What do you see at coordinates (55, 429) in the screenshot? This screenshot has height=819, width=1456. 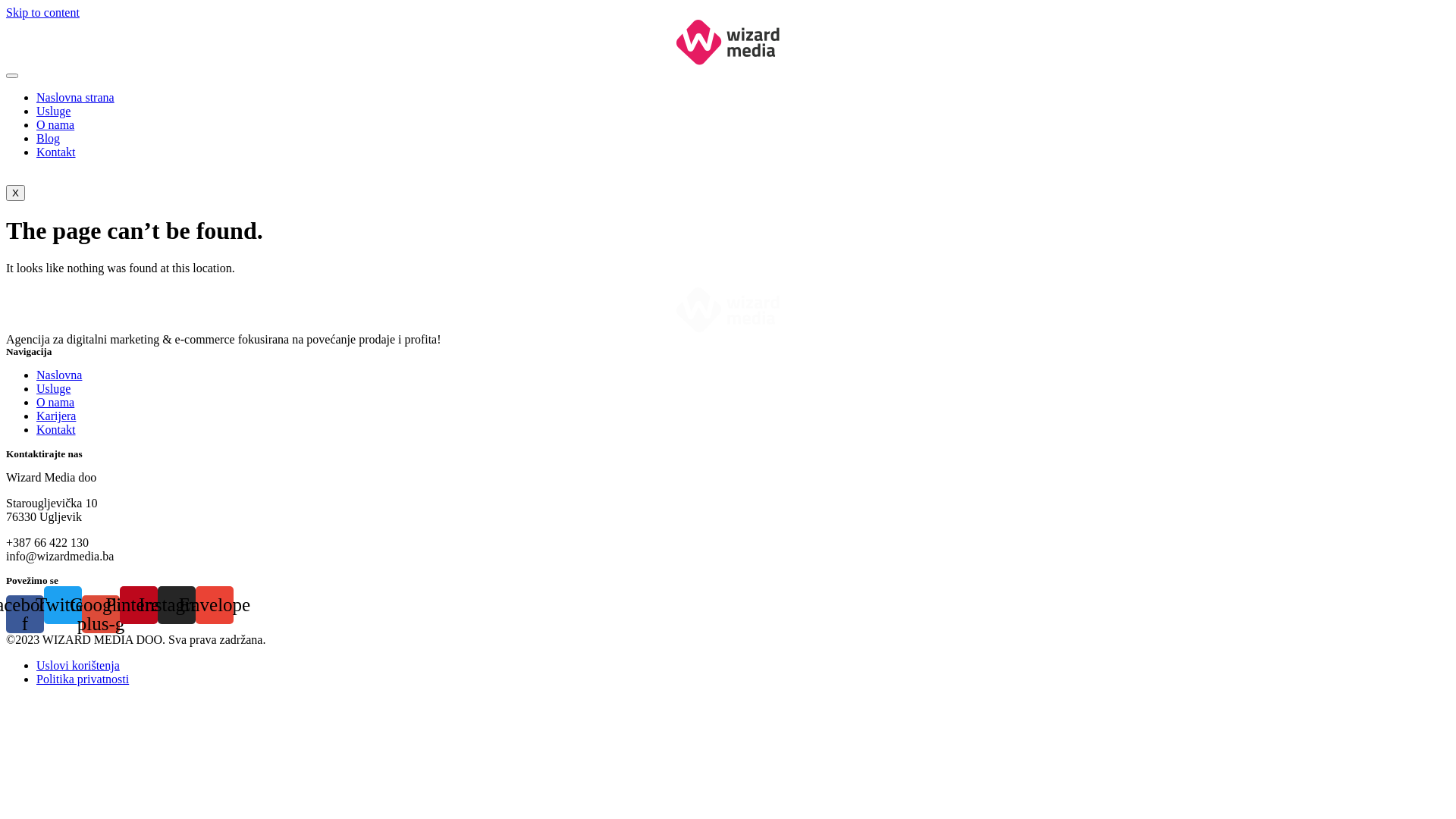 I see `'Kontakt'` at bounding box center [55, 429].